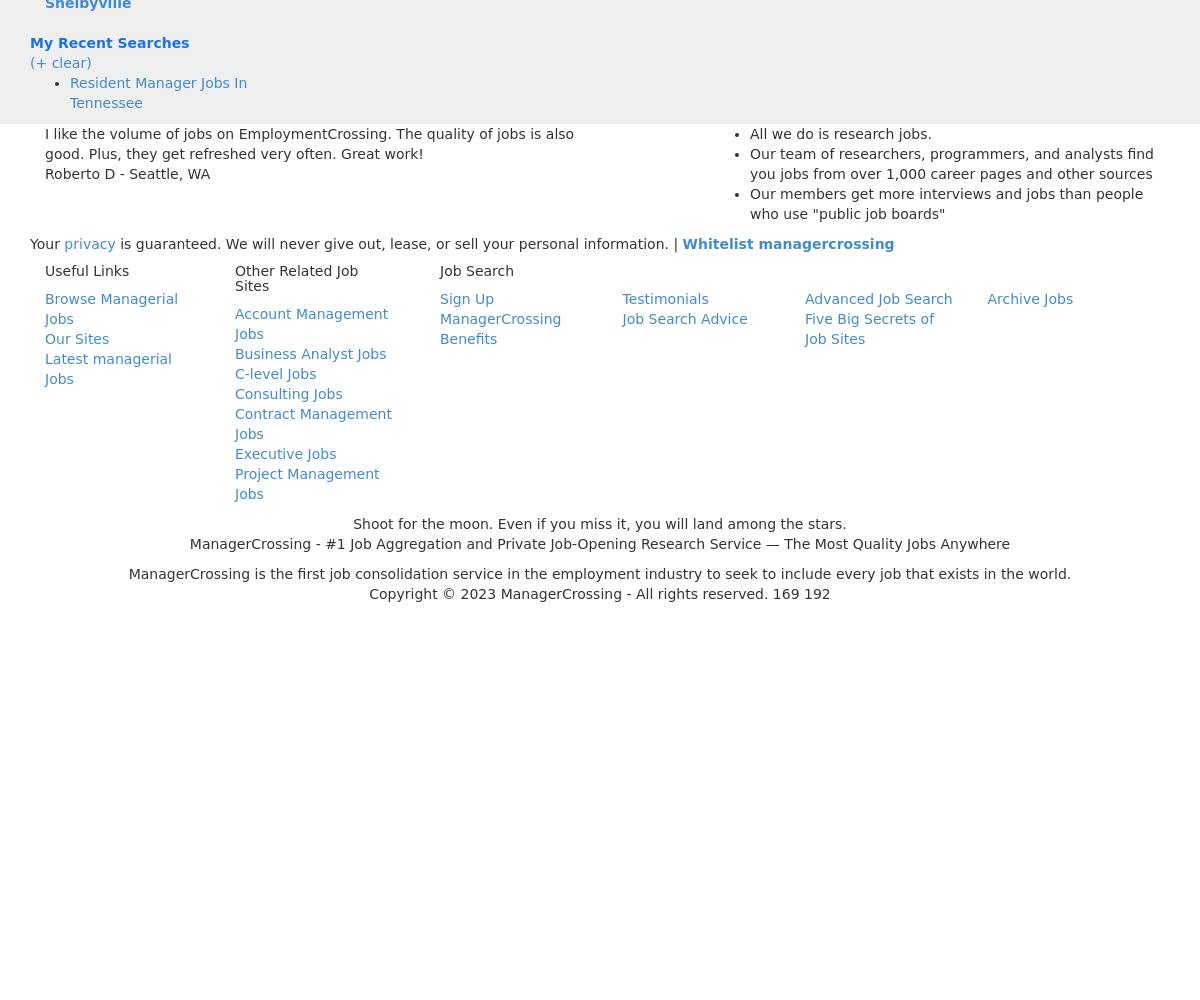 The height and width of the screenshot is (1000, 1200). Describe the element at coordinates (598, 524) in the screenshot. I see `'Shoot for the moon. Even if you miss it, you will land among the stars.'` at that location.